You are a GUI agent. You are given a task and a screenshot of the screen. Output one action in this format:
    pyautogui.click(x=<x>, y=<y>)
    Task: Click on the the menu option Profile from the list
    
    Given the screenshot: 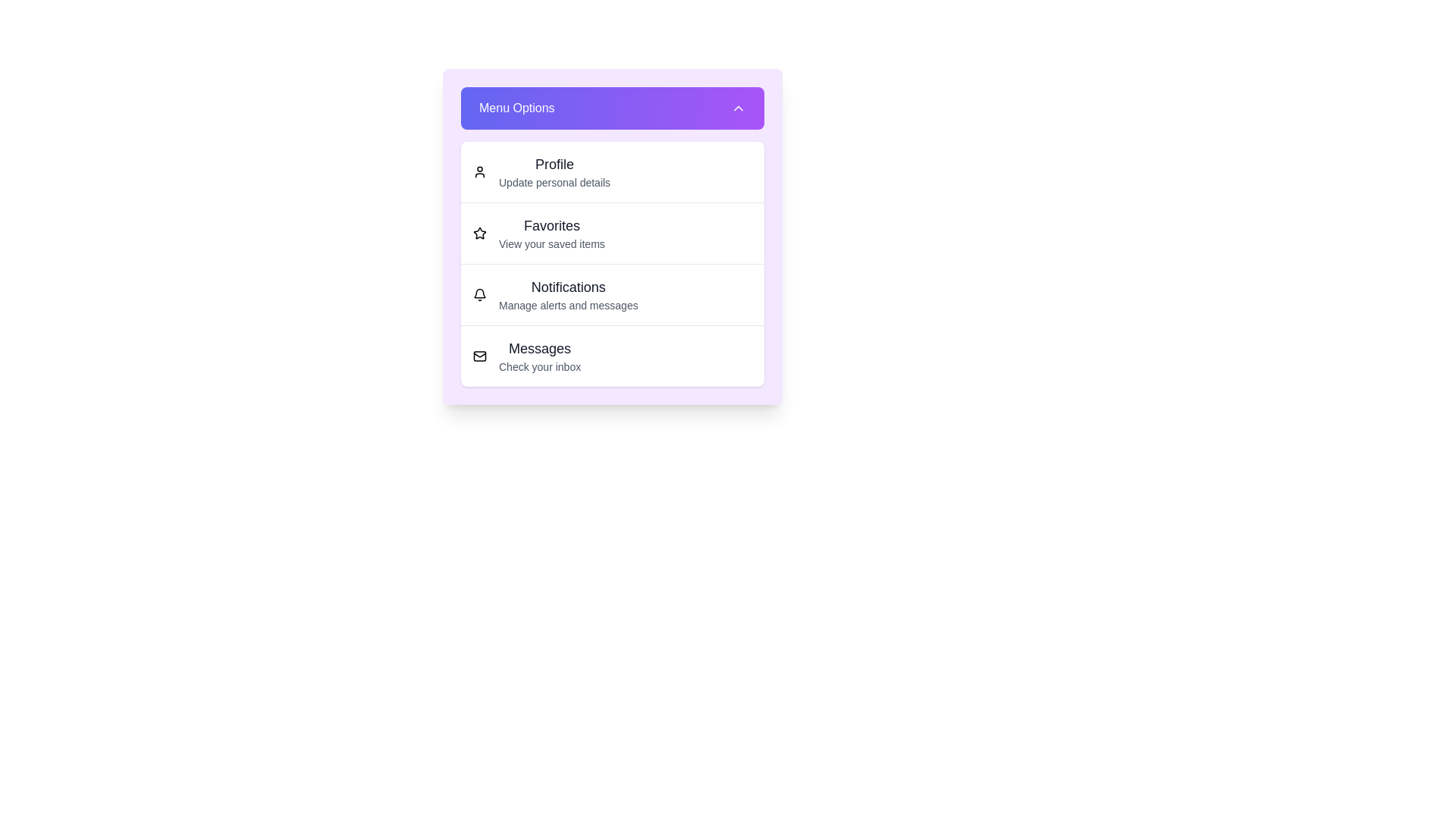 What is the action you would take?
    pyautogui.click(x=612, y=171)
    